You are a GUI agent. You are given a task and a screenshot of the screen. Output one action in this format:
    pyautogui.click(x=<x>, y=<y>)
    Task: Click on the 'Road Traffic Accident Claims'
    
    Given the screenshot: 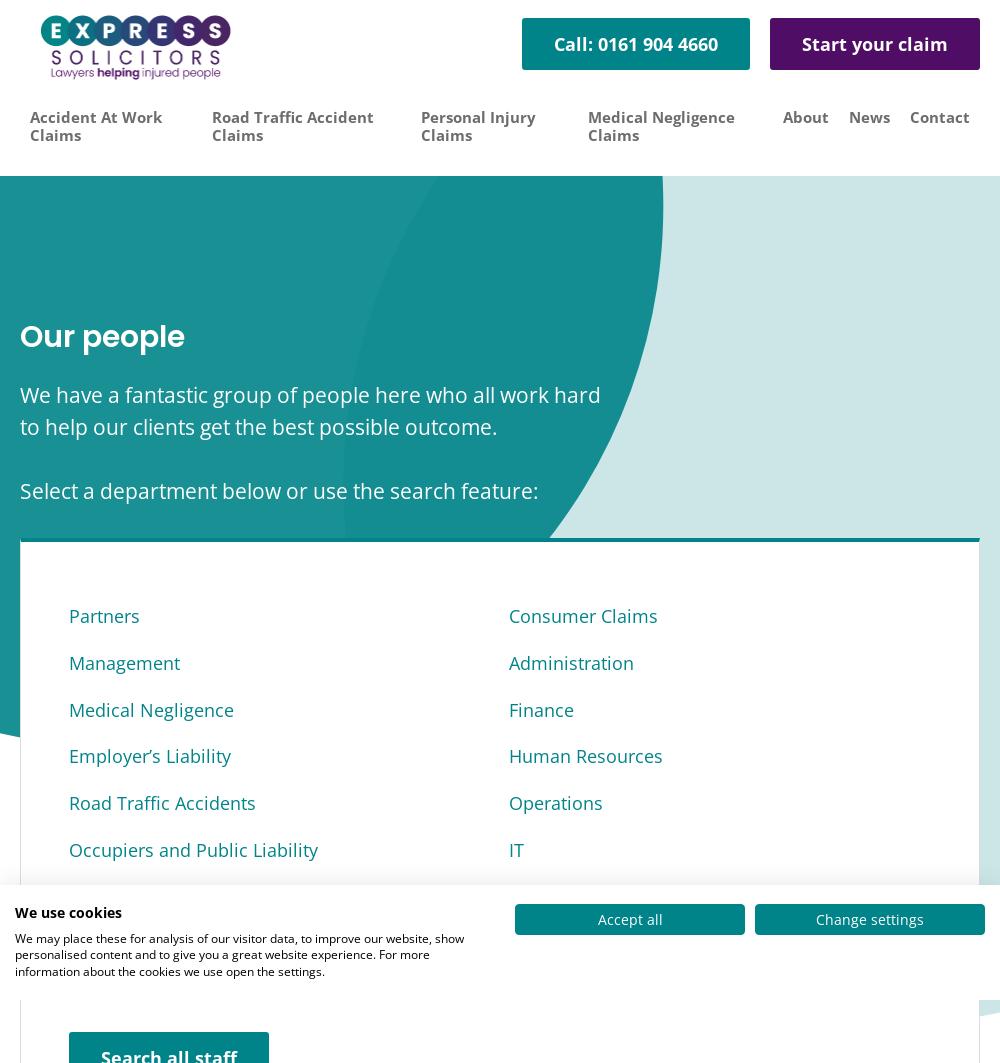 What is the action you would take?
    pyautogui.click(x=293, y=125)
    